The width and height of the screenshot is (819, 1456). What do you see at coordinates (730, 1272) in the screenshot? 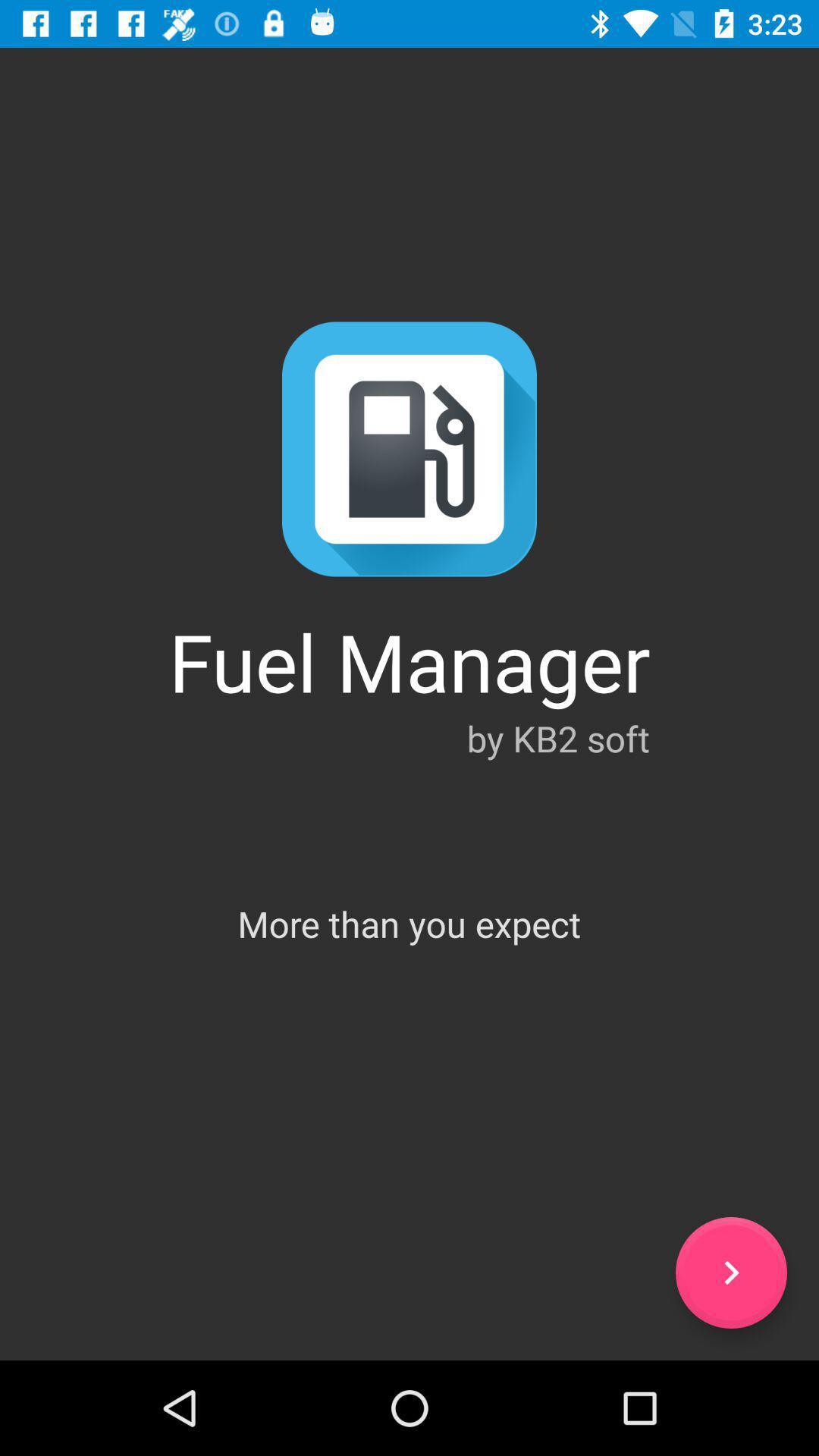
I see `next page` at bounding box center [730, 1272].